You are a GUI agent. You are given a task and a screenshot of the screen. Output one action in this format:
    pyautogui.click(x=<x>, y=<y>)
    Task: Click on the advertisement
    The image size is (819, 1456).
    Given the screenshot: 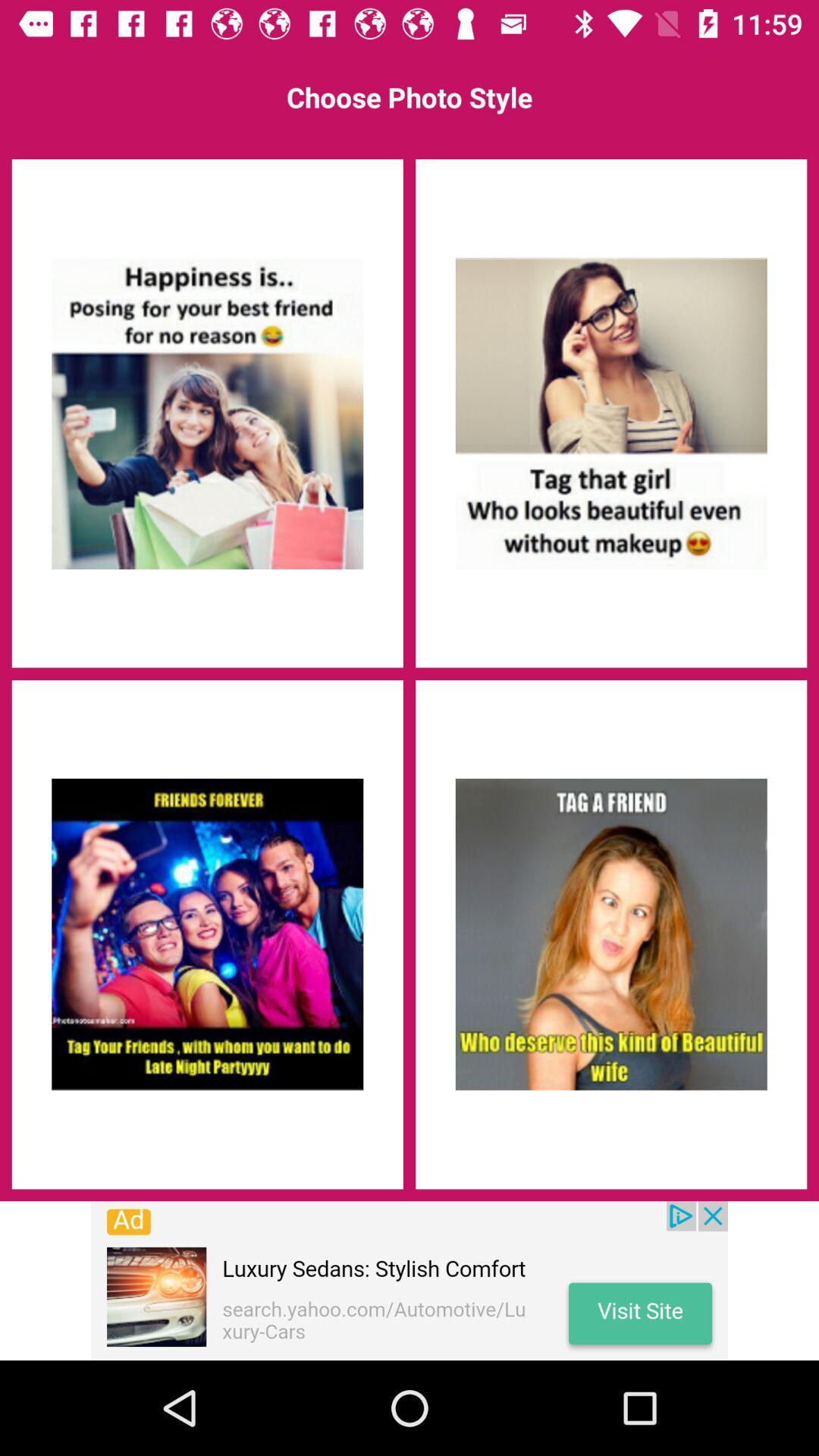 What is the action you would take?
    pyautogui.click(x=610, y=934)
    